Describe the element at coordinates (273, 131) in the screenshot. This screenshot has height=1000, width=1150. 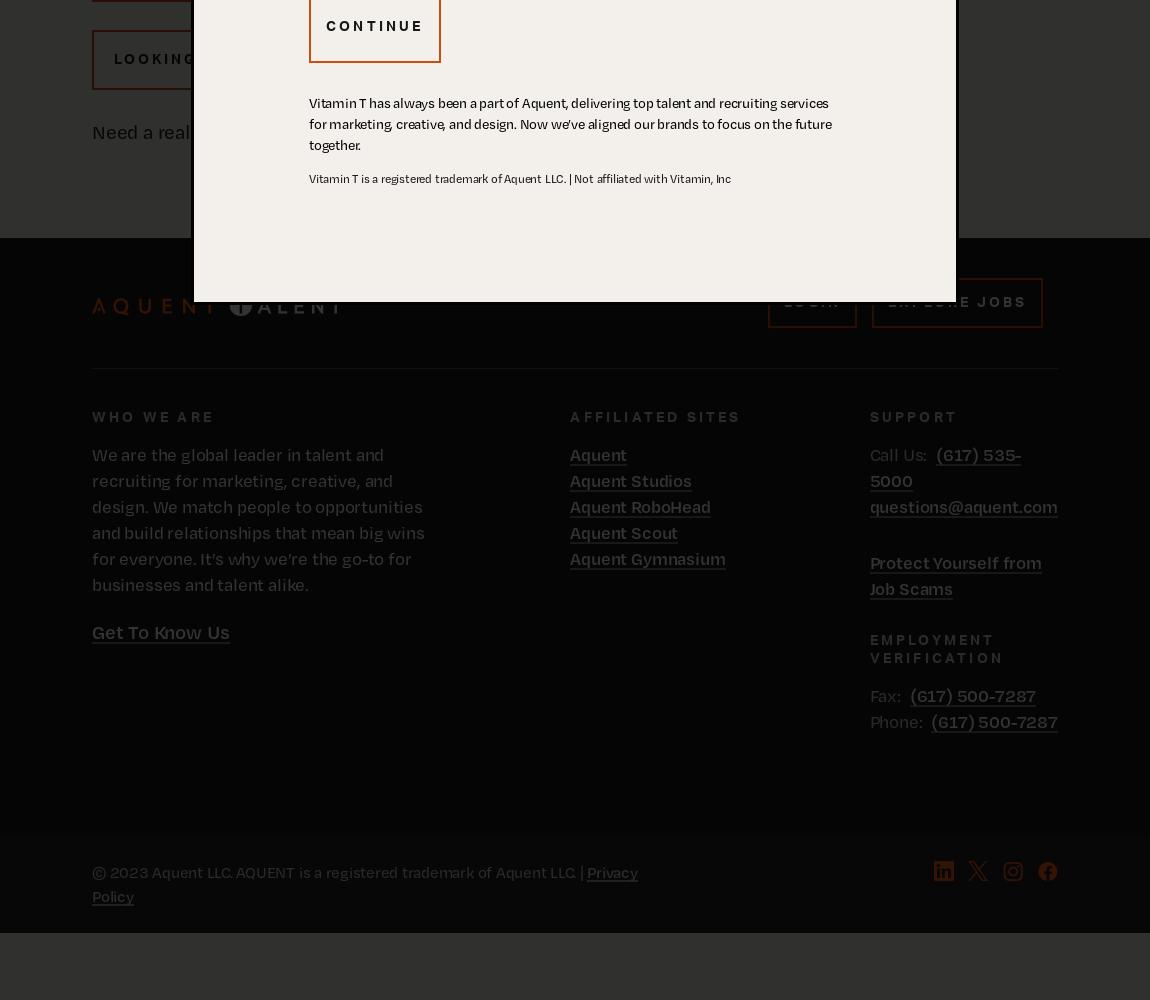
I see `'Need a real live human right now? Call us:'` at that location.